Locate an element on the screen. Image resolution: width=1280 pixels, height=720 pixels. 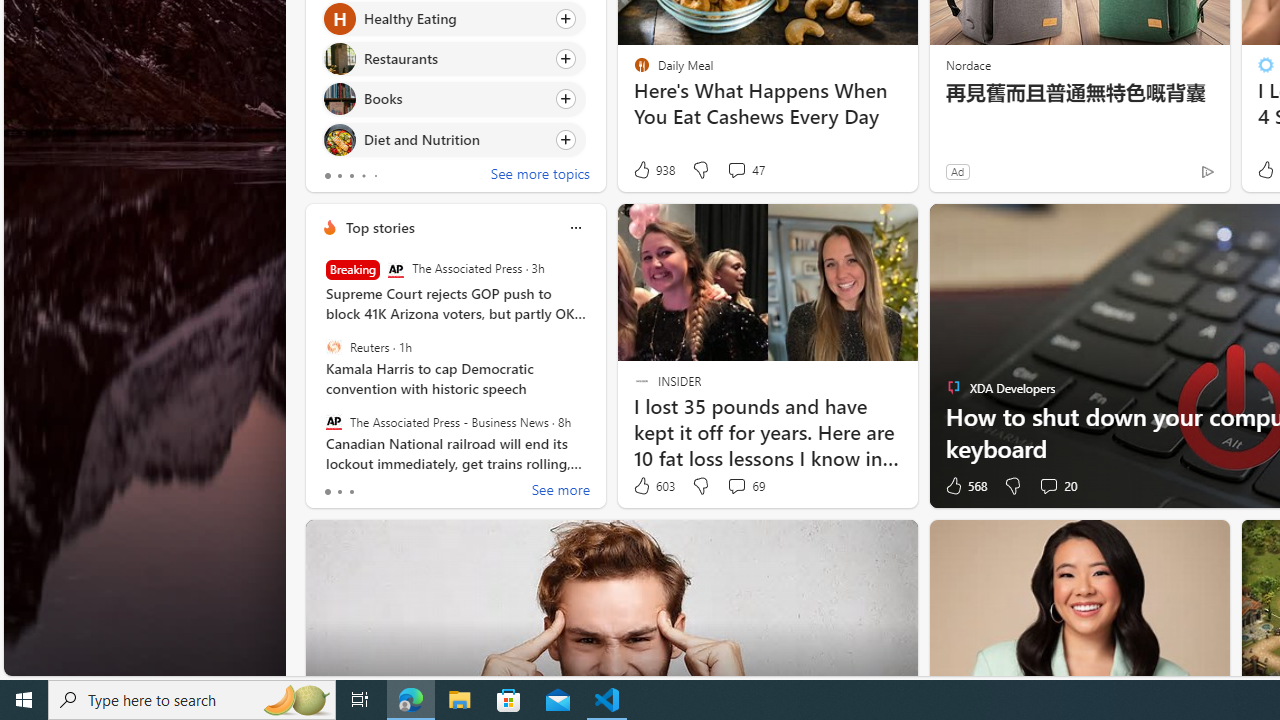
'Reuters' is located at coordinates (333, 346).